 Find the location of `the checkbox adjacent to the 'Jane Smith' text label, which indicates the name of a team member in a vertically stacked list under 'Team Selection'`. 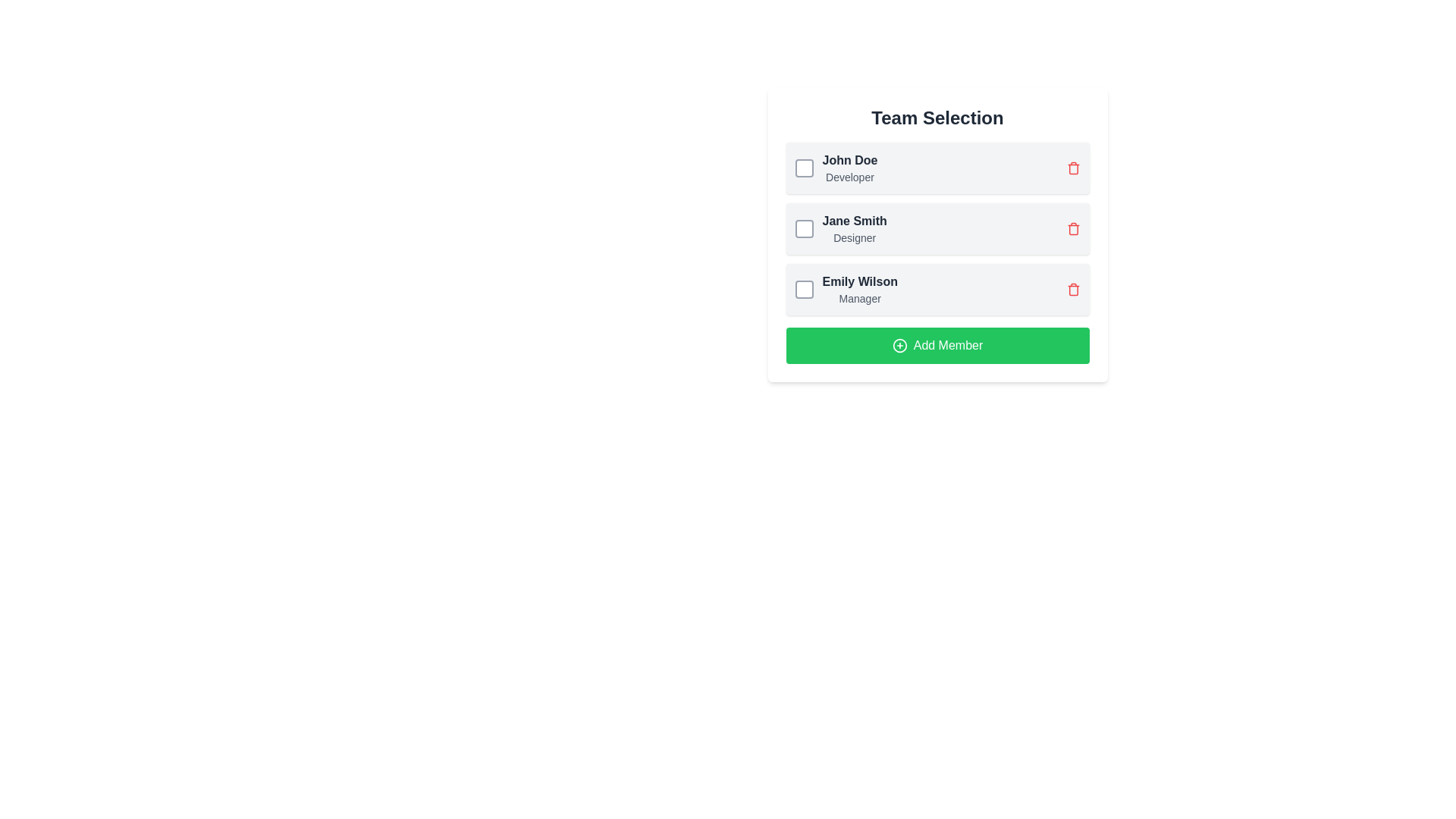

the checkbox adjacent to the 'Jane Smith' text label, which indicates the name of a team member in a vertically stacked list under 'Team Selection' is located at coordinates (855, 228).